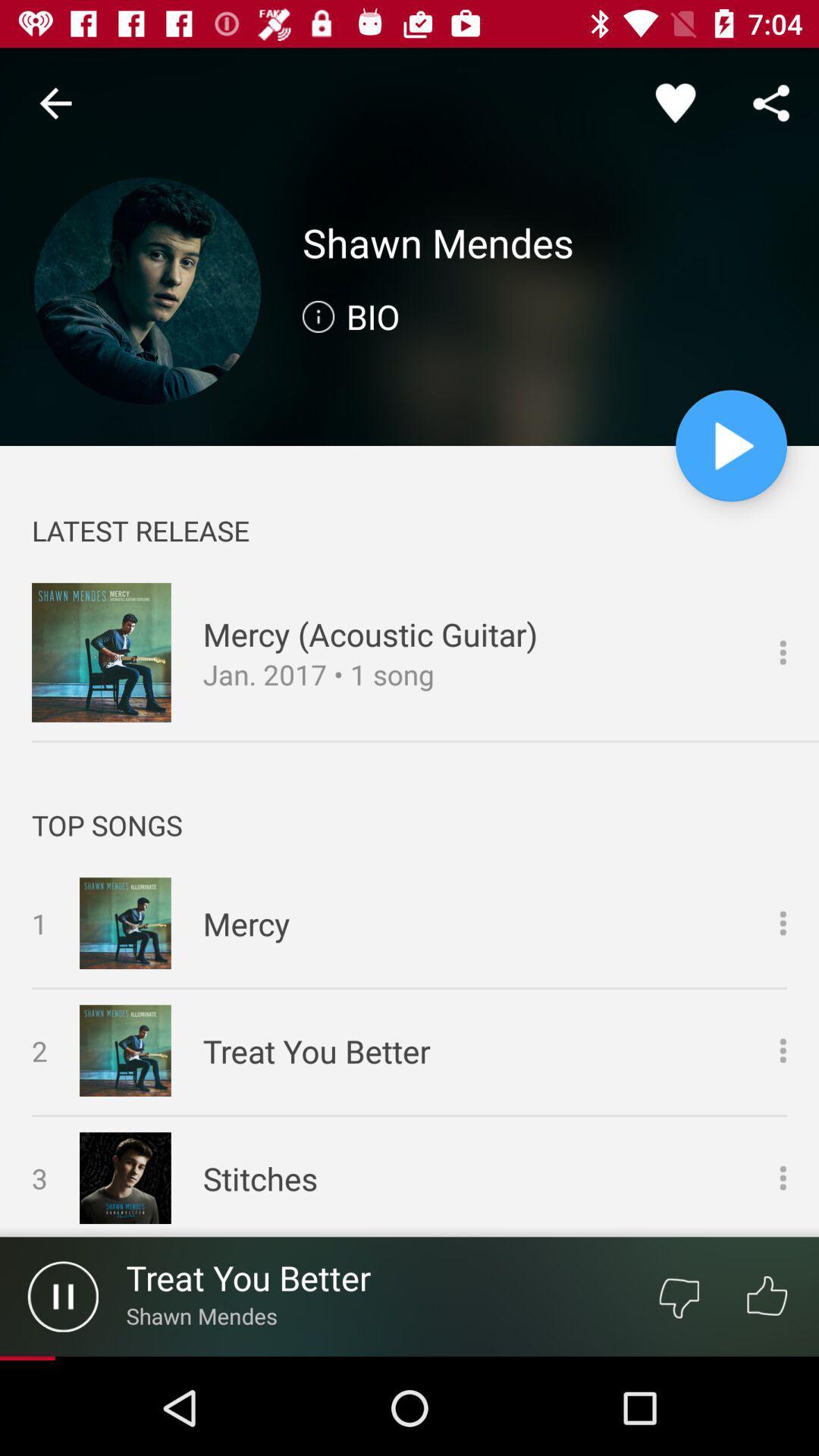 Image resolution: width=819 pixels, height=1456 pixels. Describe the element at coordinates (767, 1295) in the screenshot. I see `the thumbs_up icon` at that location.